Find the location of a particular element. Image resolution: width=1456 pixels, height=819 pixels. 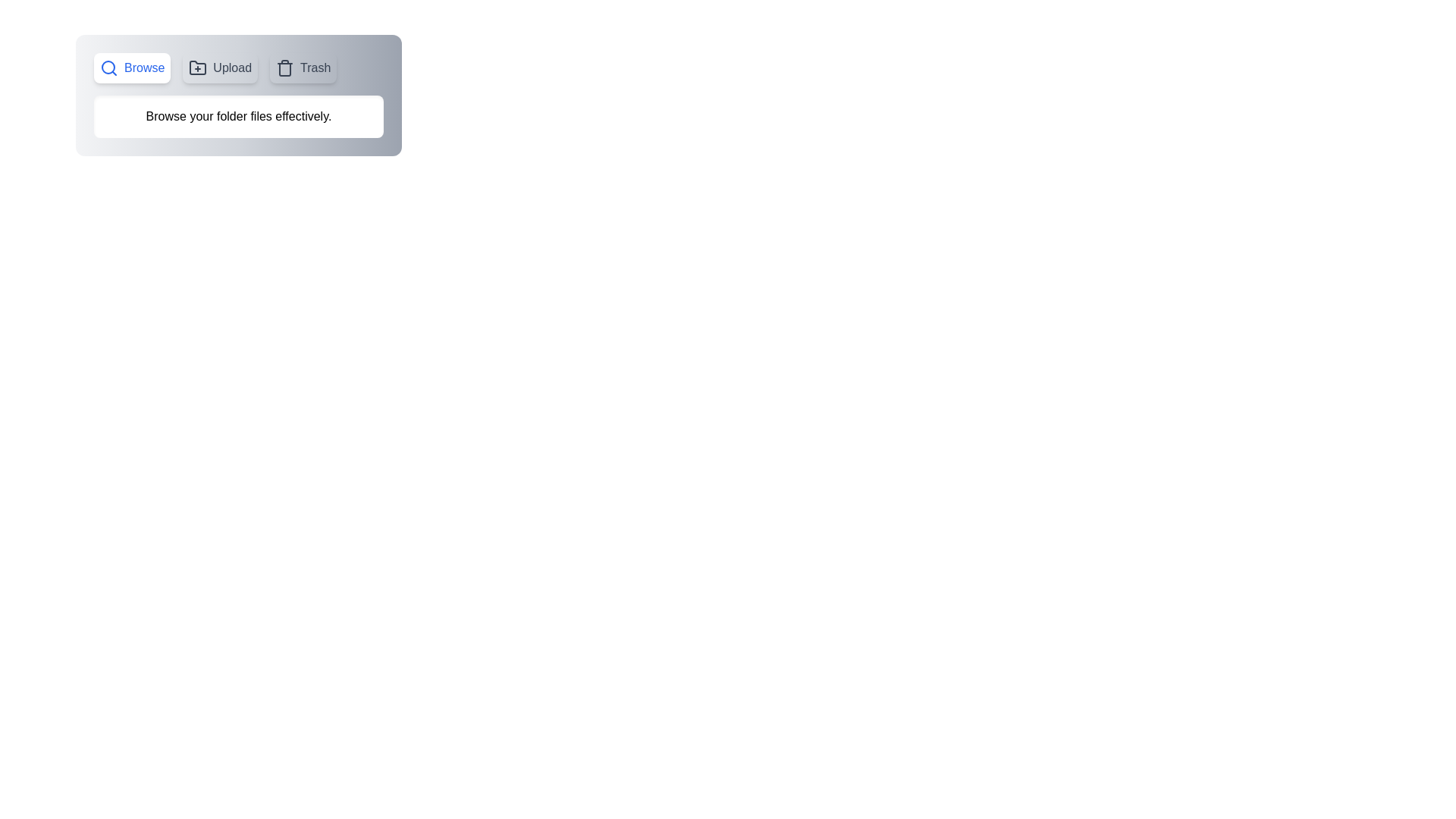

the Browse tab to activate it is located at coordinates (132, 67).